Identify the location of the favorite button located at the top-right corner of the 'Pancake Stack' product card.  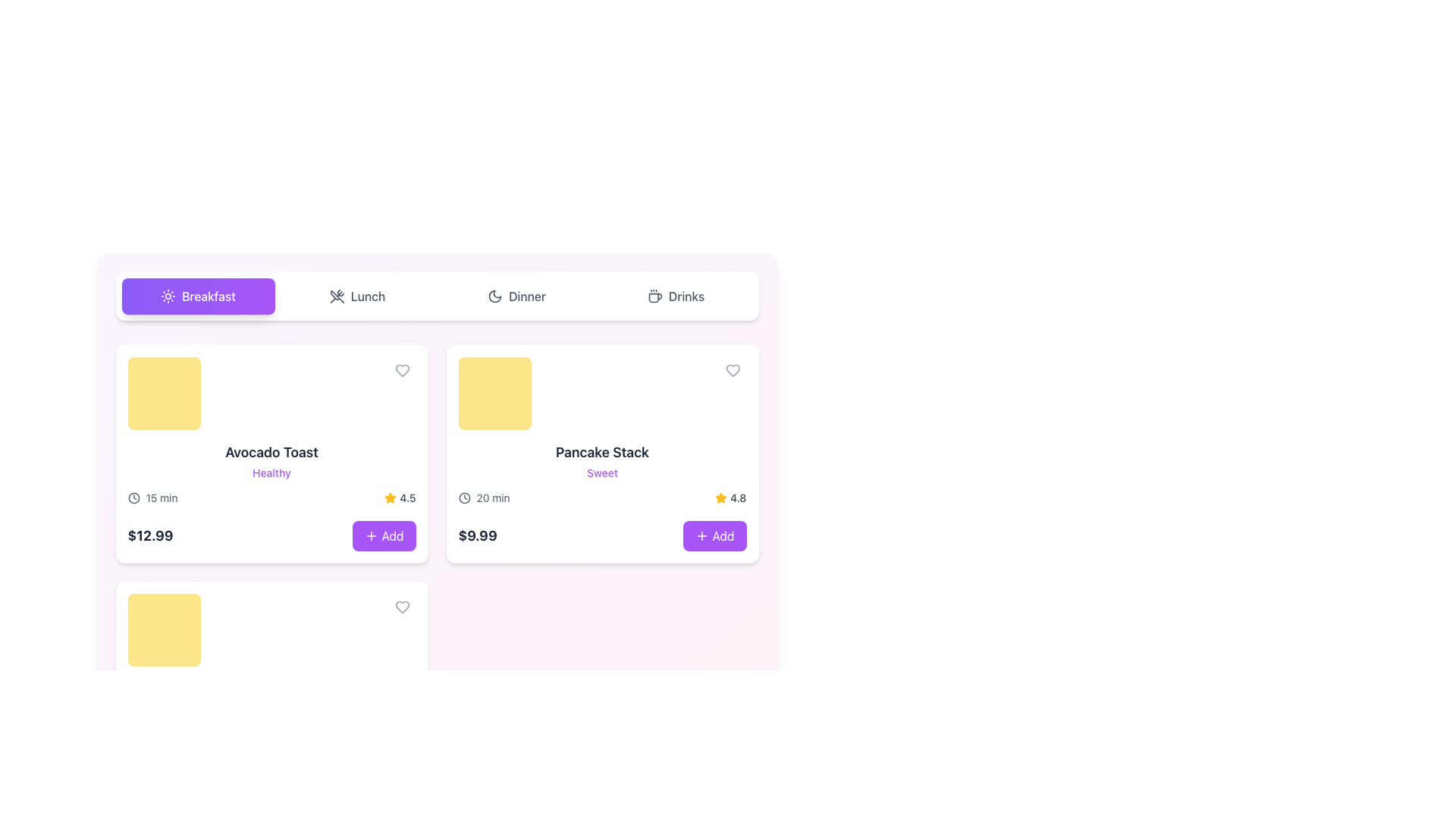
(733, 371).